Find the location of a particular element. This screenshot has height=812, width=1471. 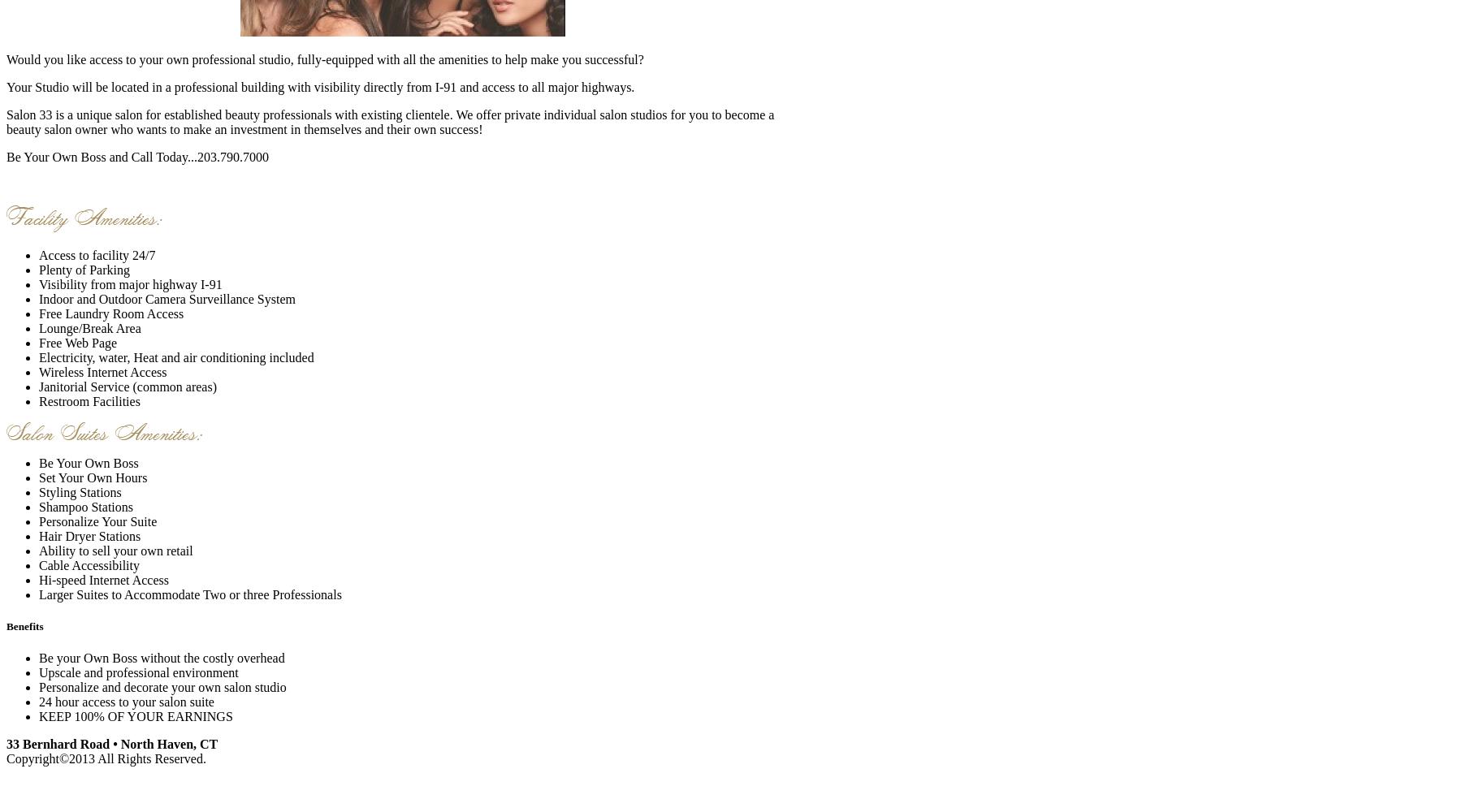

'KEEP 100% OF YOUR EARNINGS' is located at coordinates (134, 715).